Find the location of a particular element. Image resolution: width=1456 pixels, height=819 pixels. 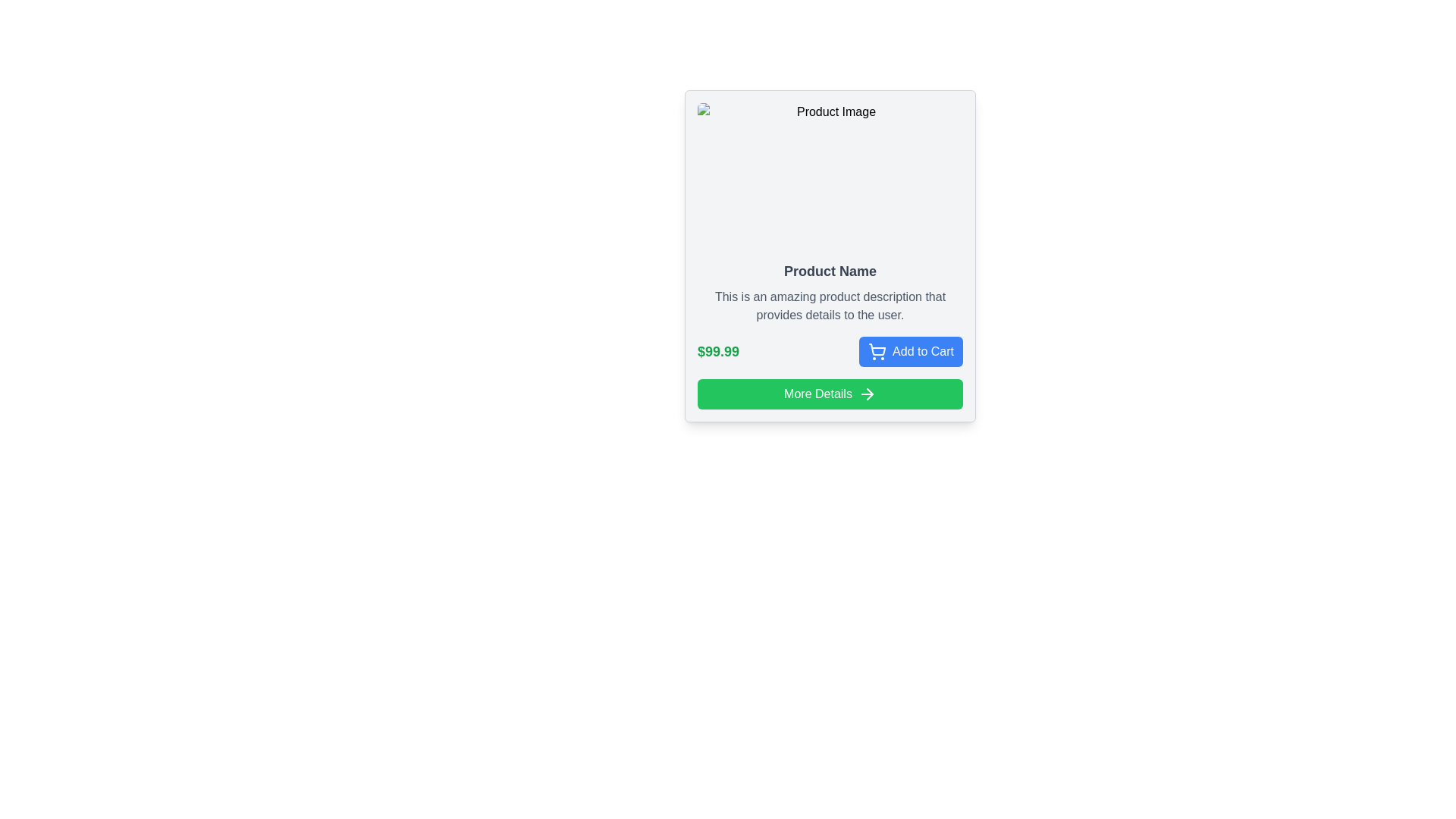

the shopping cart icon which is part of the 'Add to Cart' button, located to the left of the button text is located at coordinates (877, 350).